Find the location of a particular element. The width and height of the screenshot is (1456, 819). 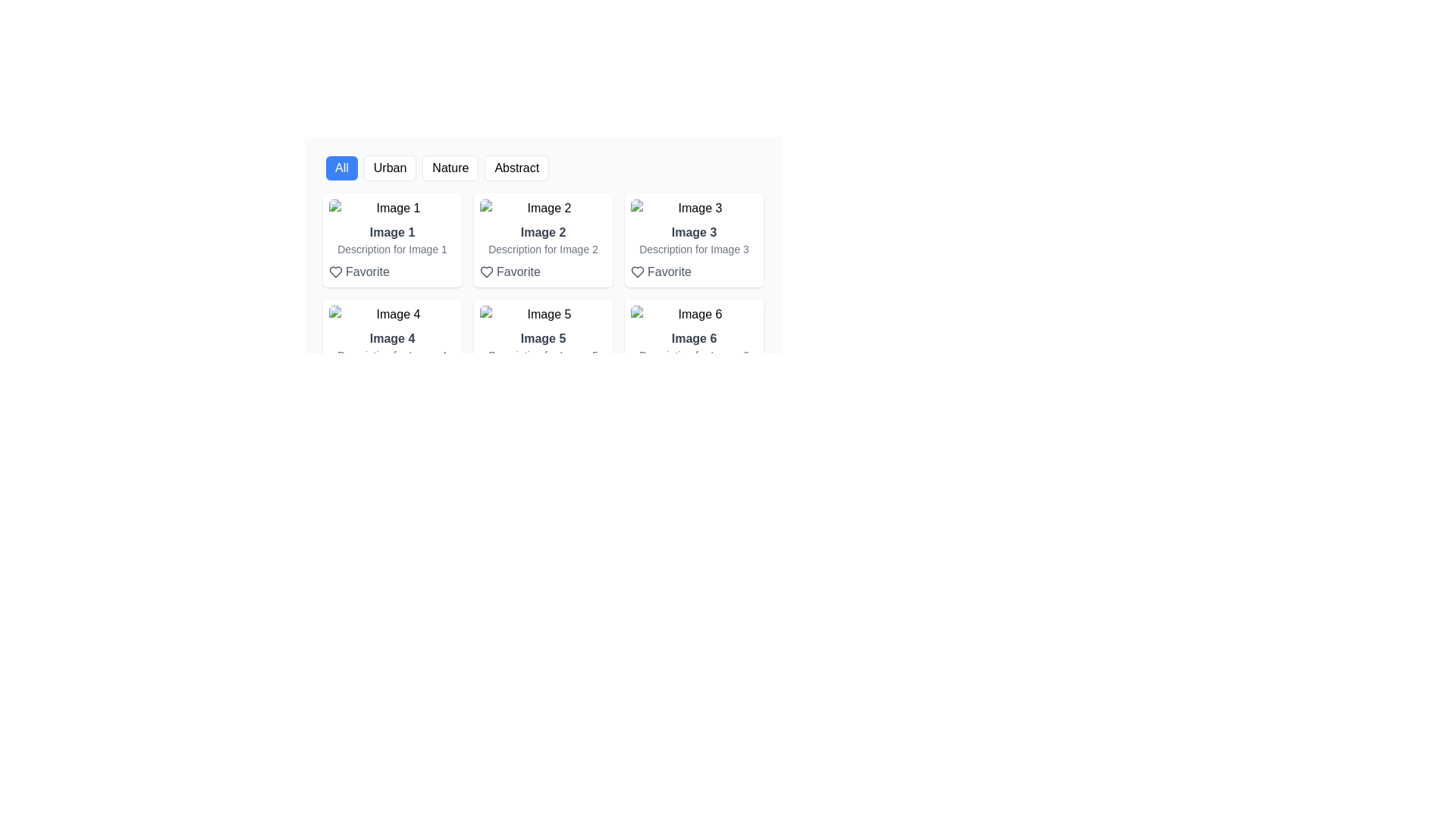

the card with the heading 'Image 3' and description 'Description for Image 3' is located at coordinates (693, 251).